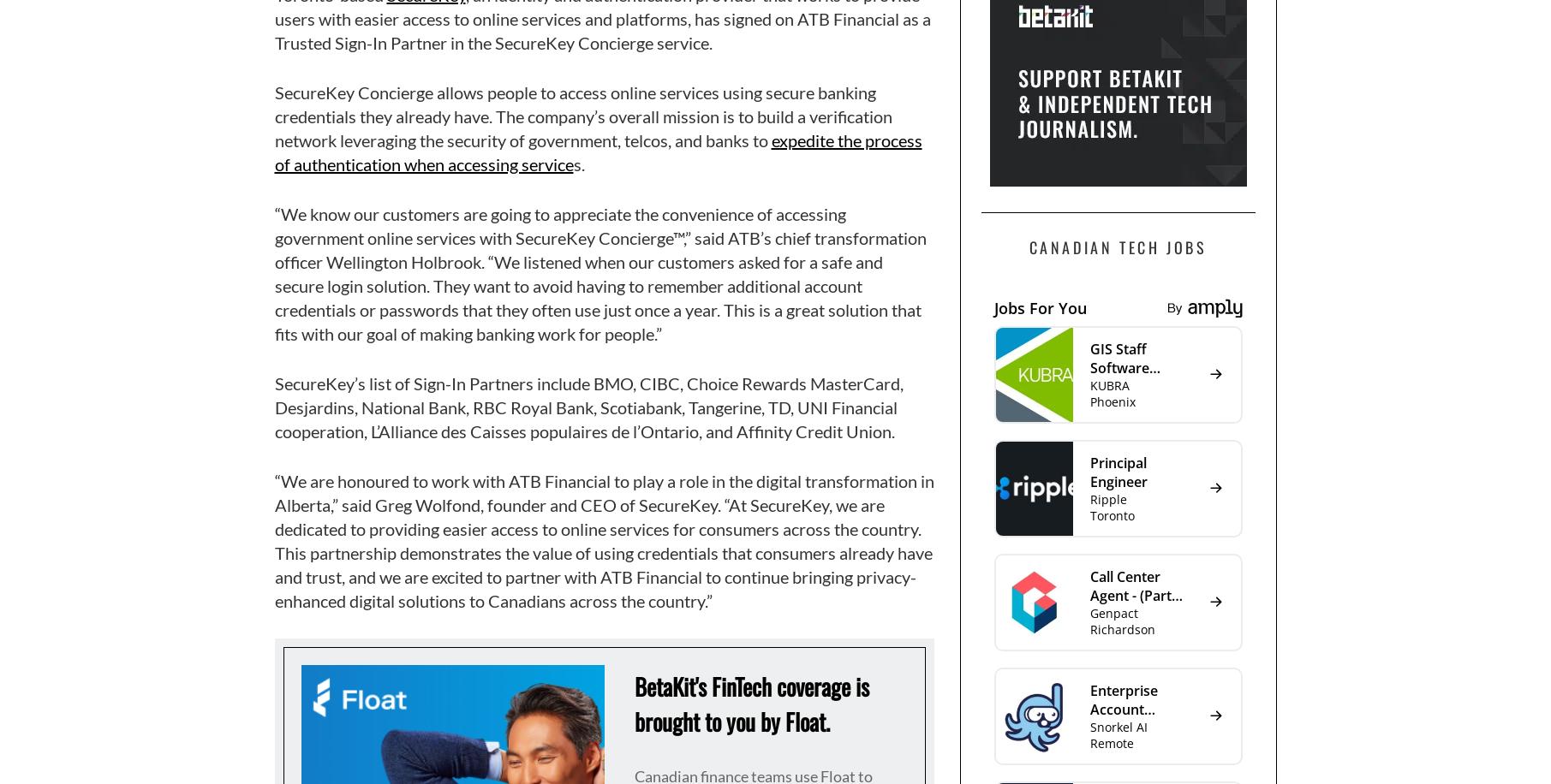 The width and height of the screenshot is (1551, 784). What do you see at coordinates (1121, 628) in the screenshot?
I see `'Richardson'` at bounding box center [1121, 628].